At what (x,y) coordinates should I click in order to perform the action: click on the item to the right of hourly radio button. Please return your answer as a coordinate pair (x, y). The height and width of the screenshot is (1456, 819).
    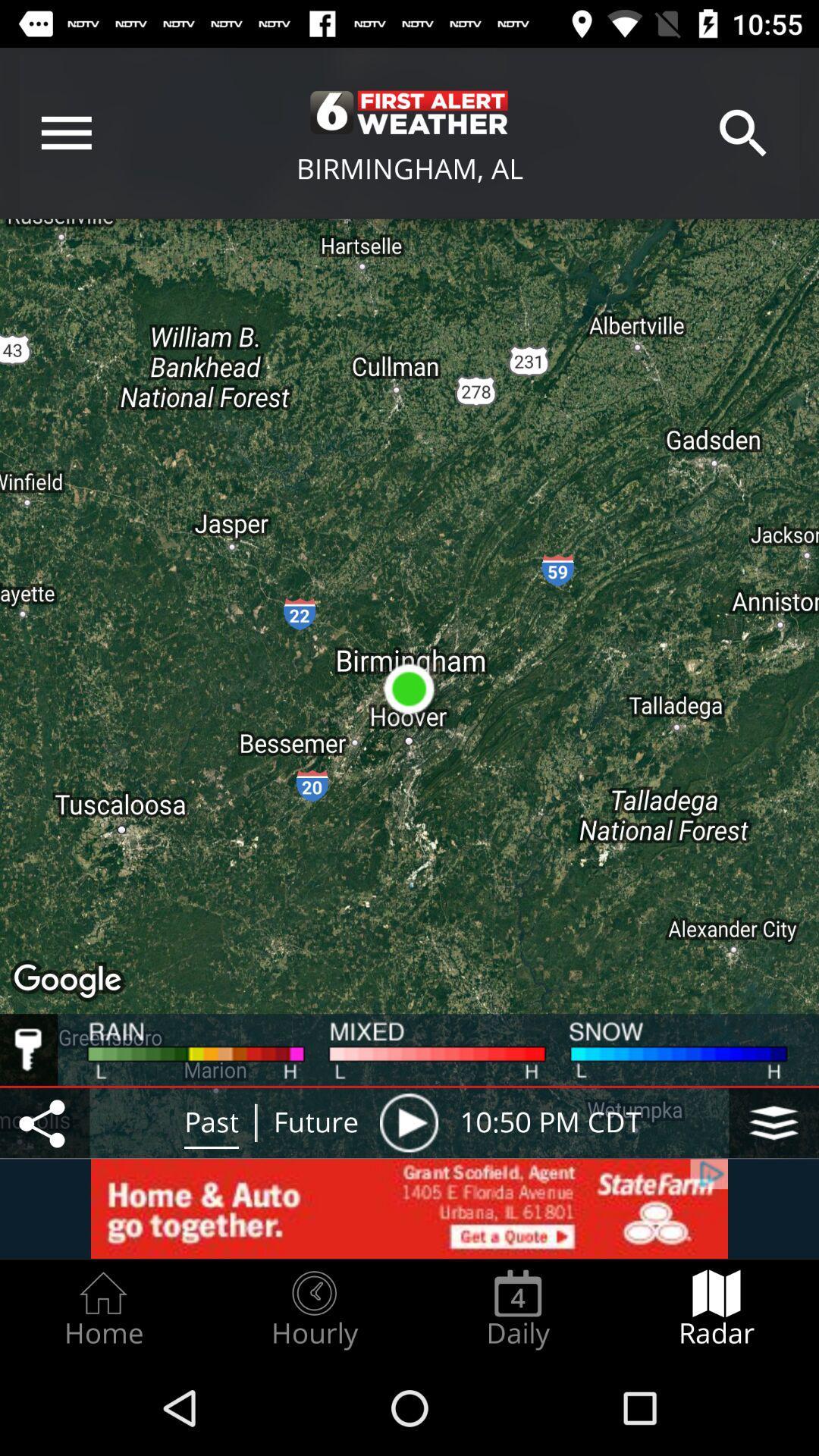
    Looking at the image, I should click on (517, 1309).